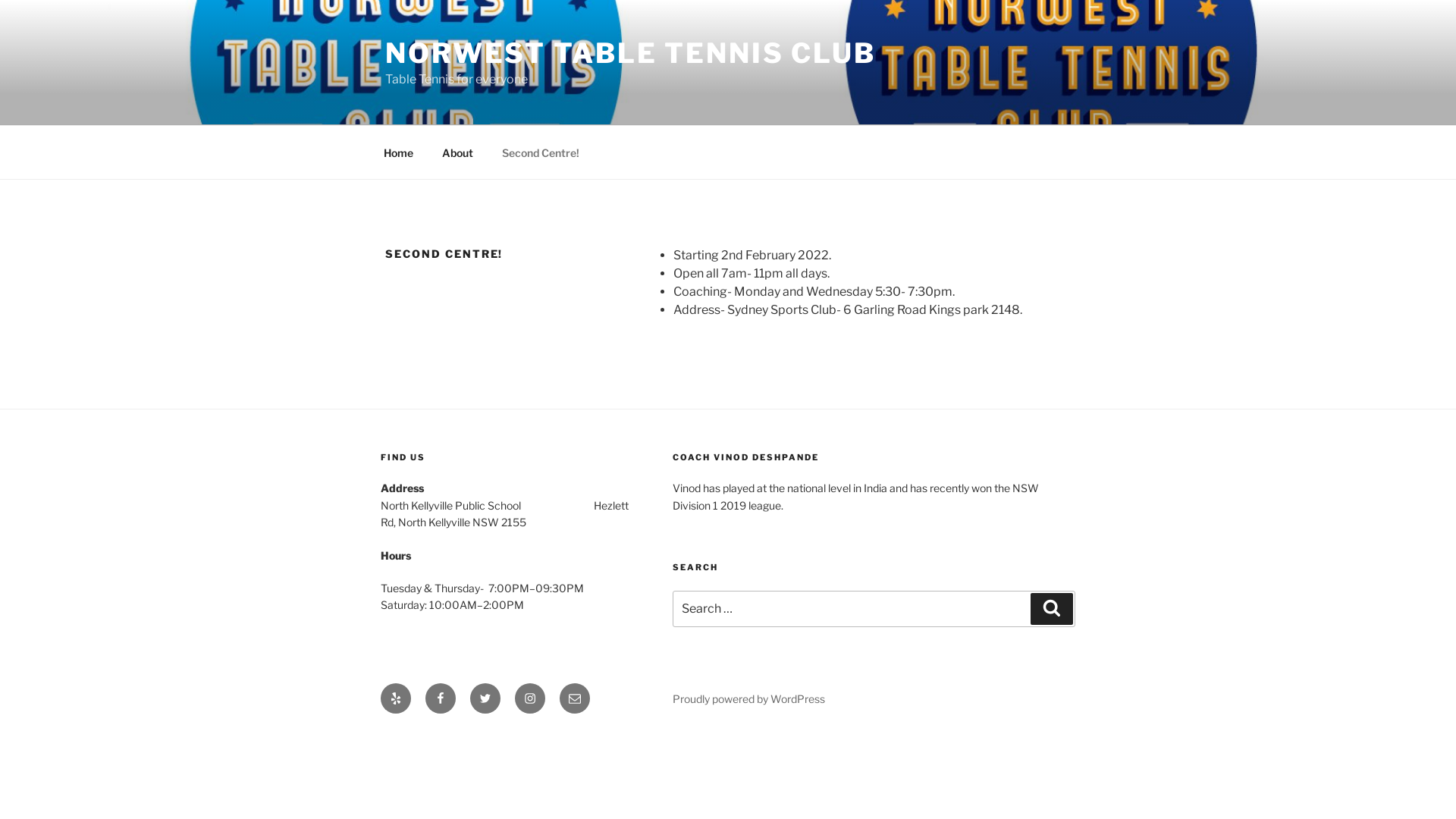 Image resolution: width=1456 pixels, height=819 pixels. What do you see at coordinates (748, 698) in the screenshot?
I see `'Proudly powered by WordPress'` at bounding box center [748, 698].